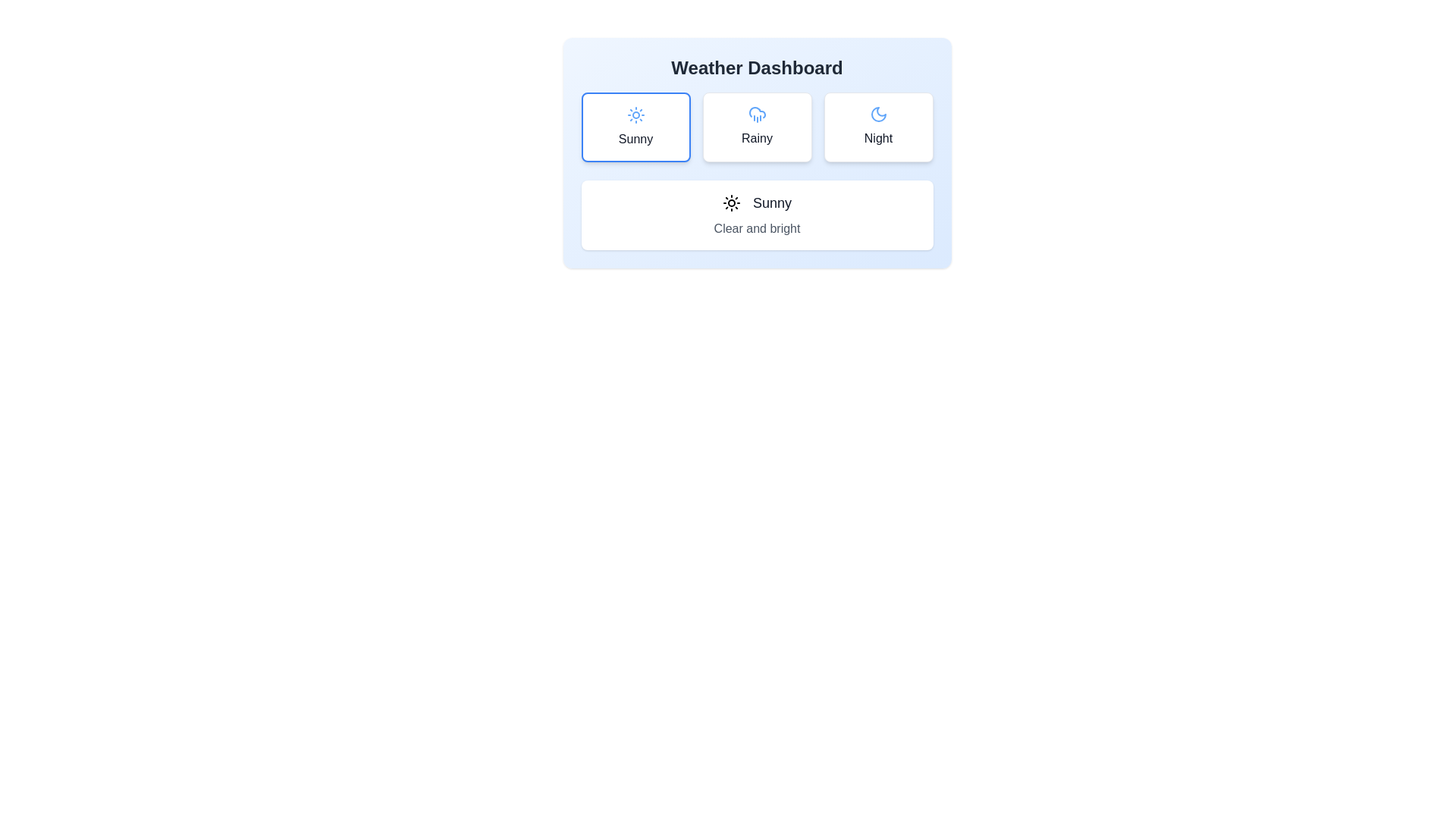 The height and width of the screenshot is (819, 1456). I want to click on the 'Night' text label located centrally beneath the crescent moon icon in the rightmost card of the three-card layout, so click(878, 138).